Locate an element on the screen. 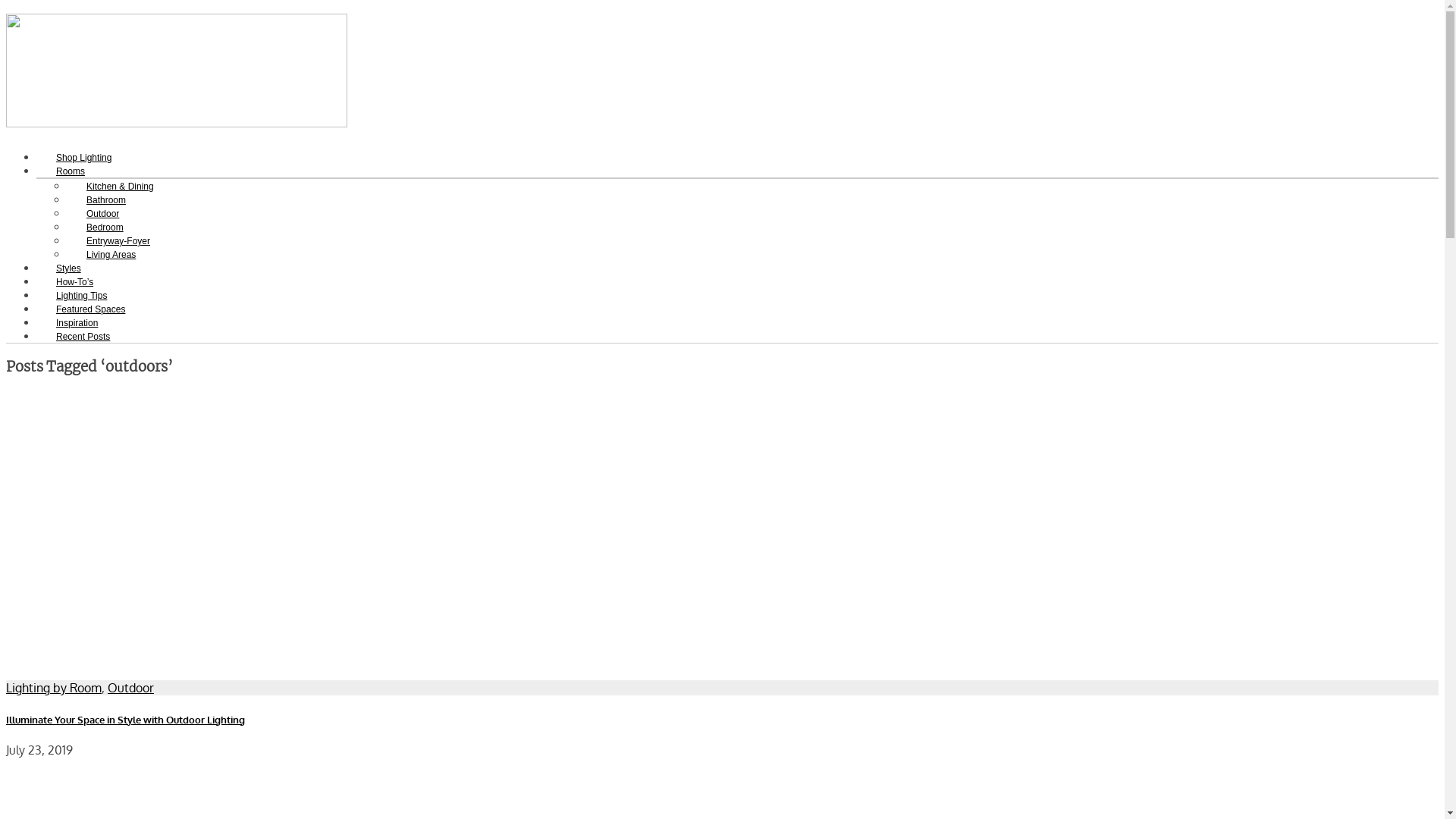  'Bathroom' is located at coordinates (105, 199).